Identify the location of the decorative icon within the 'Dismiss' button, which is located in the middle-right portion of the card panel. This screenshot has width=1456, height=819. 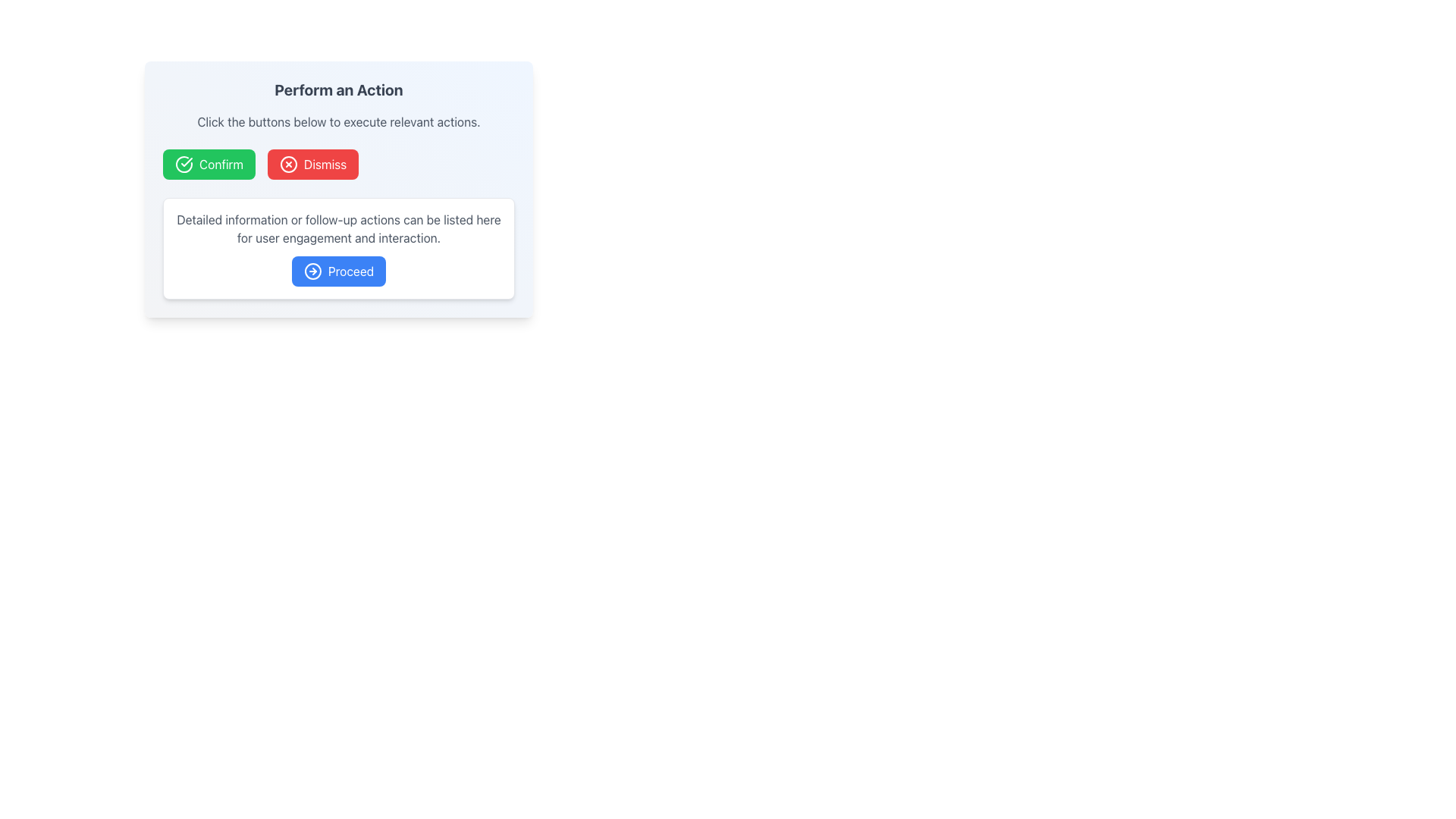
(288, 164).